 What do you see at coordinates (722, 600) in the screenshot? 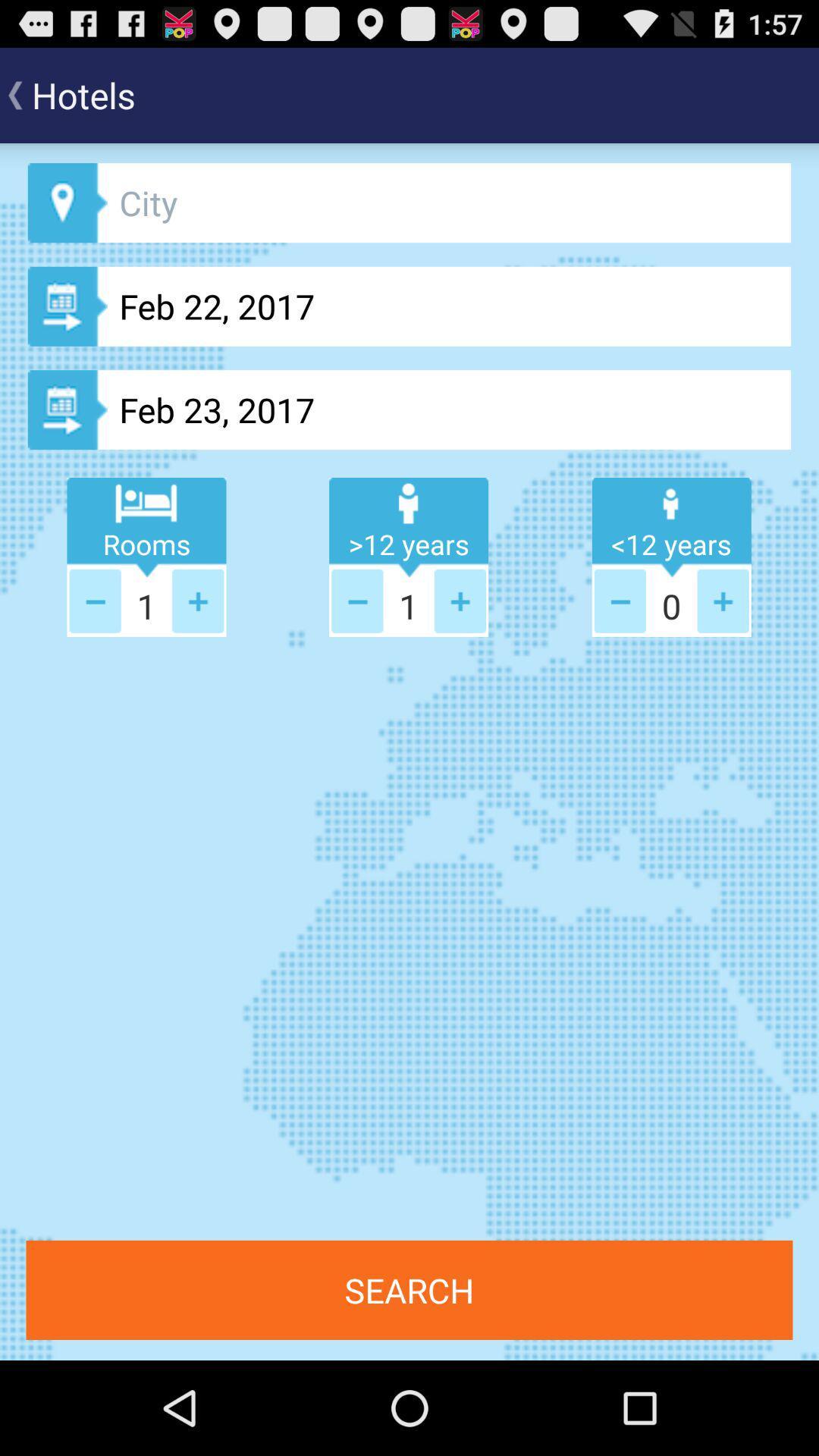
I see `one` at bounding box center [722, 600].